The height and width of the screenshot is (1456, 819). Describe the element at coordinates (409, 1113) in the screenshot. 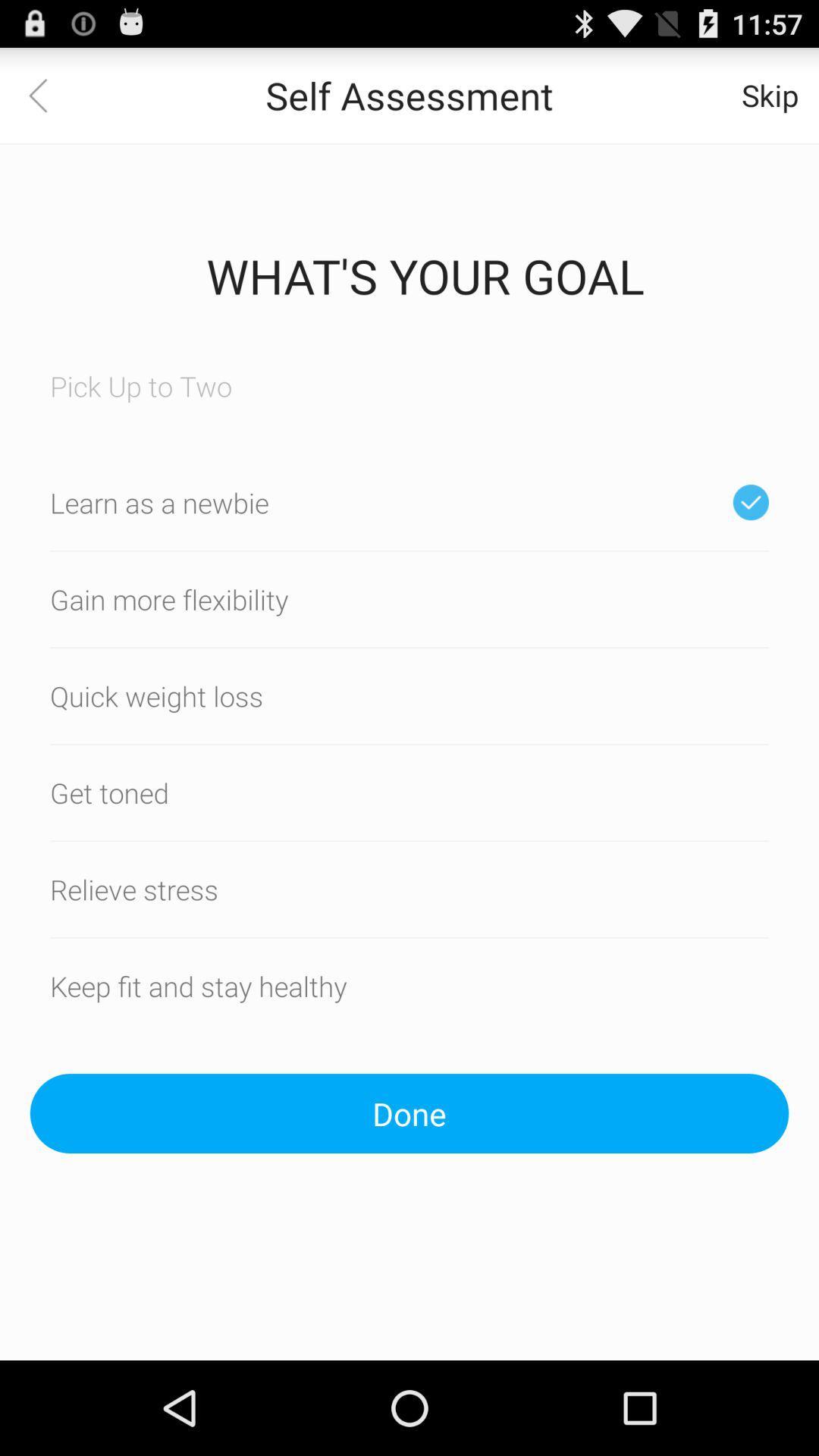

I see `done at the bottom` at that location.